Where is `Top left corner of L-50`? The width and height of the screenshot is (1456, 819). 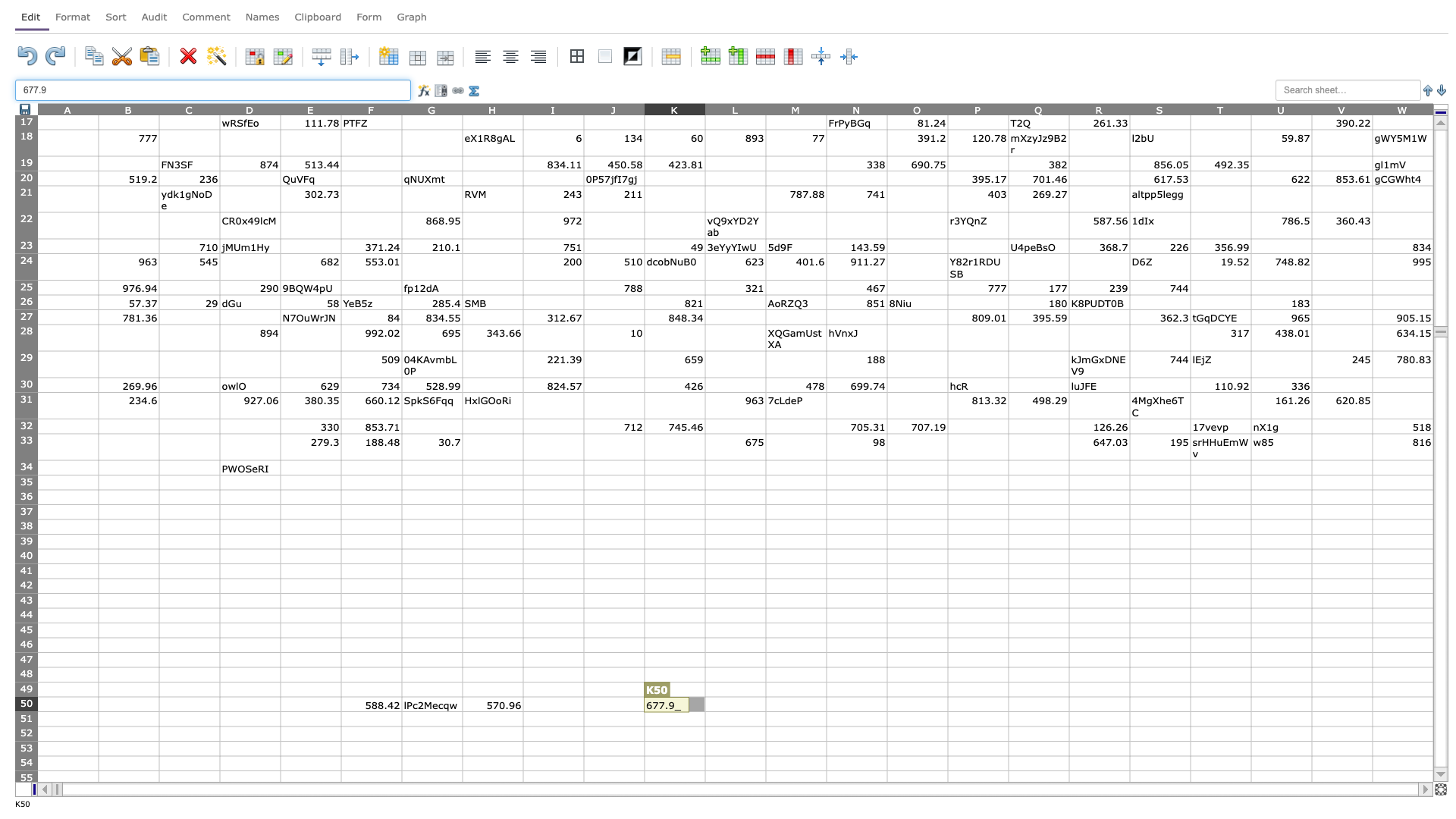 Top left corner of L-50 is located at coordinates (704, 696).